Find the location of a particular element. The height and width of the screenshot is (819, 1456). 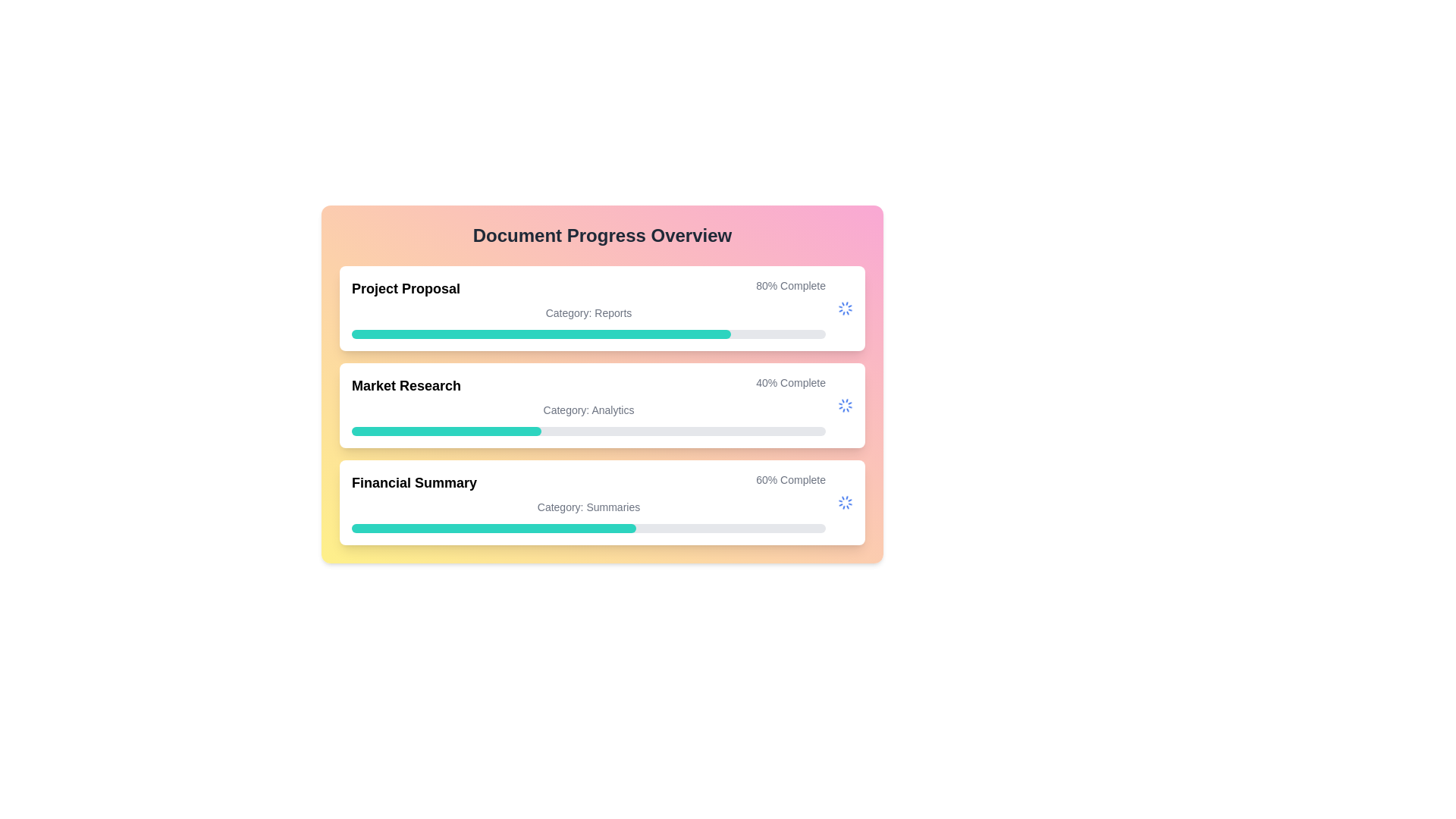

the text label that states '40% Complete', which is styled in gray and located to the right of the 'Market Research' title within the progress card under 'Analytics' is located at coordinates (790, 385).